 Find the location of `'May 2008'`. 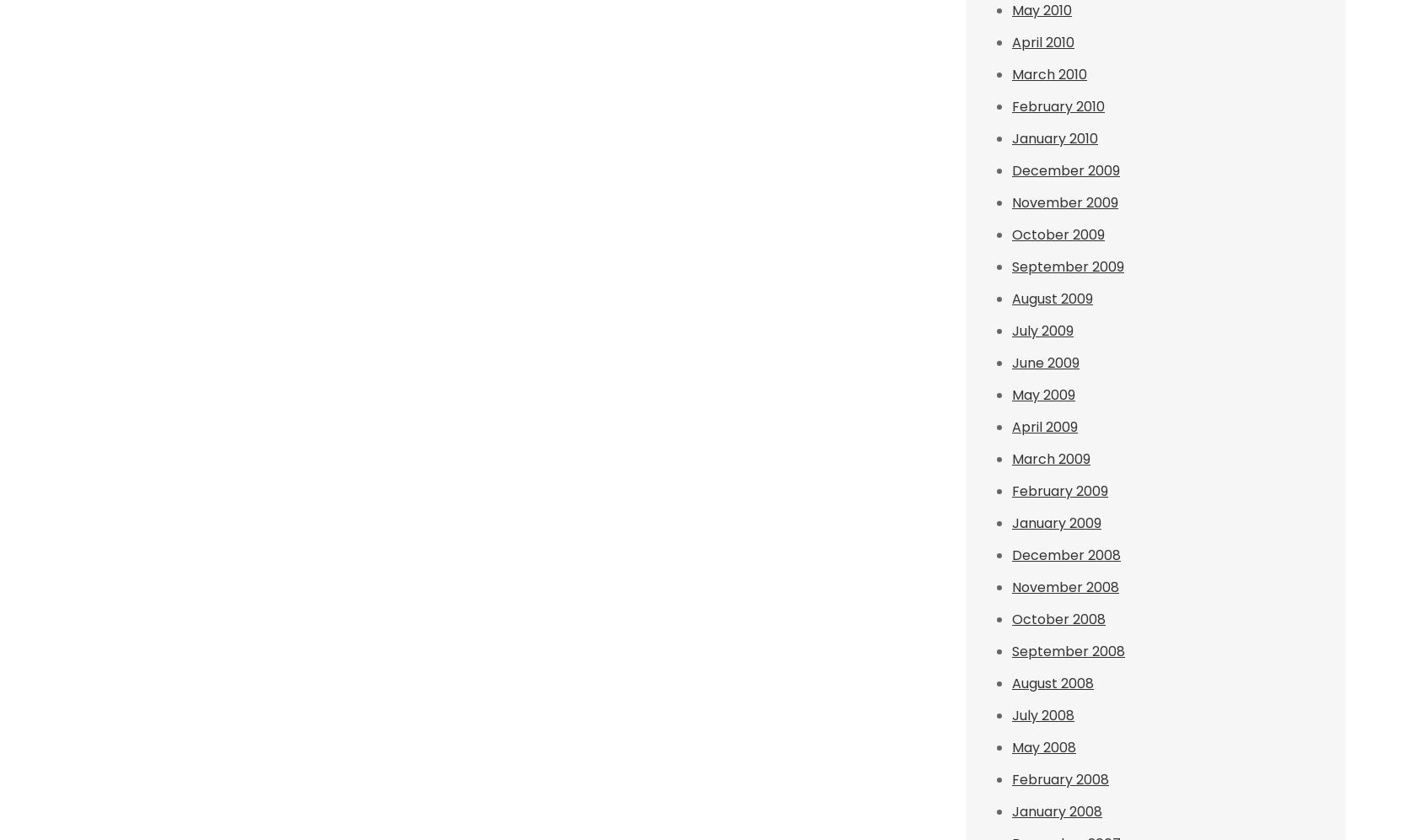

'May 2008' is located at coordinates (1044, 746).